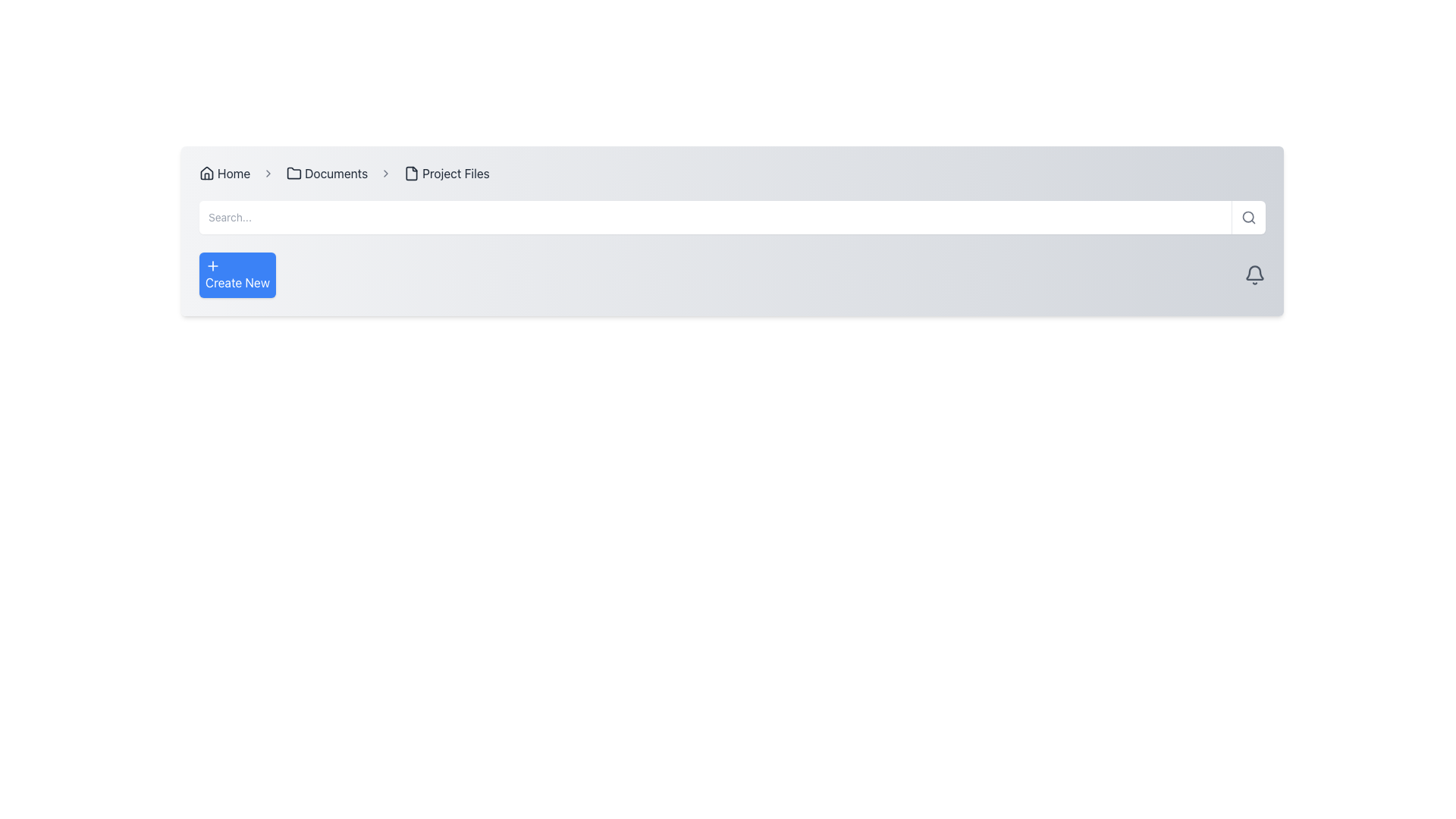 The image size is (1456, 819). Describe the element at coordinates (212, 265) in the screenshot. I see `the cross-shaped icon with a plus symbol` at that location.